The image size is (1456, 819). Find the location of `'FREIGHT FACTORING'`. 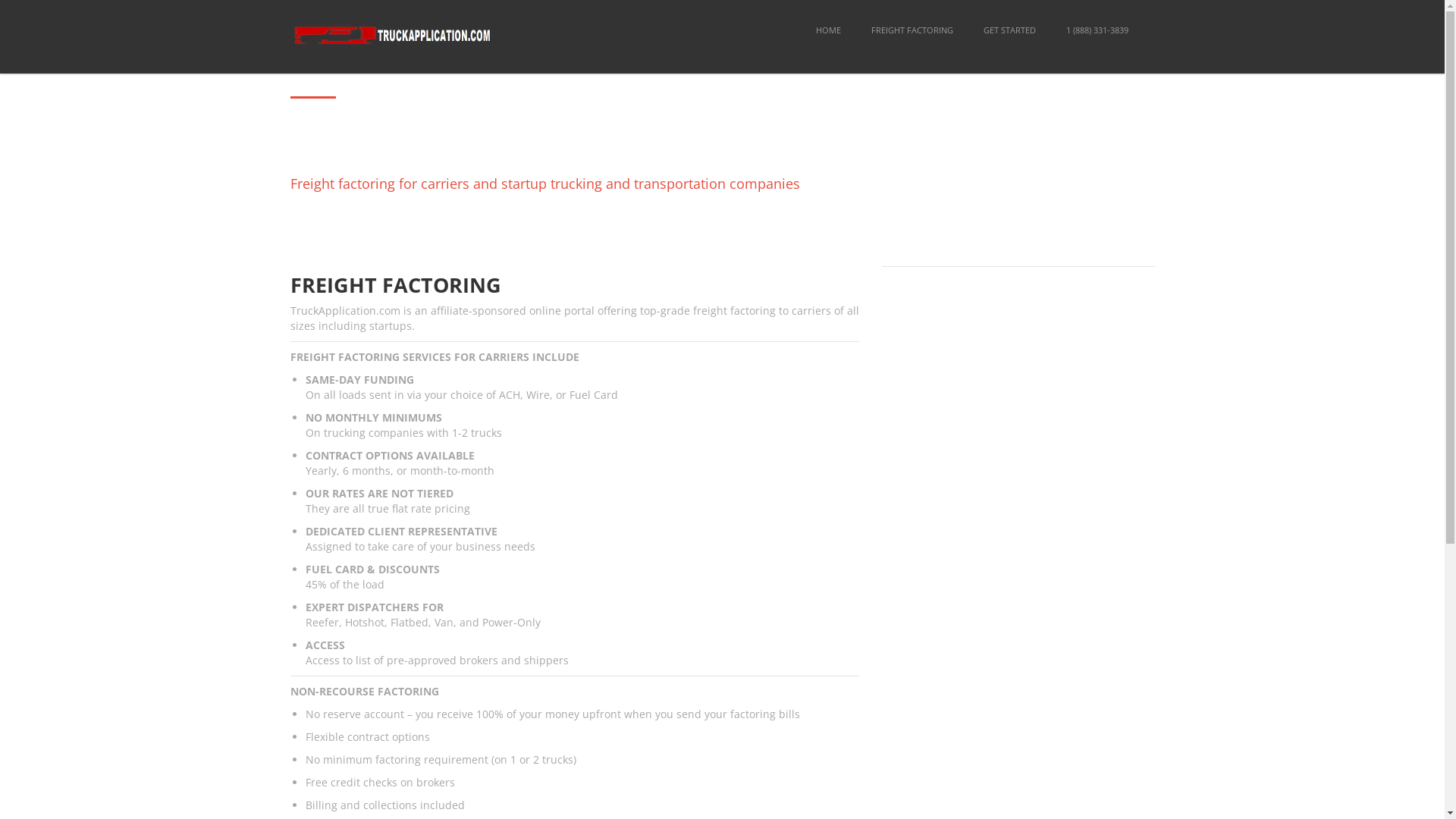

'FREIGHT FACTORING' is located at coordinates (910, 31).